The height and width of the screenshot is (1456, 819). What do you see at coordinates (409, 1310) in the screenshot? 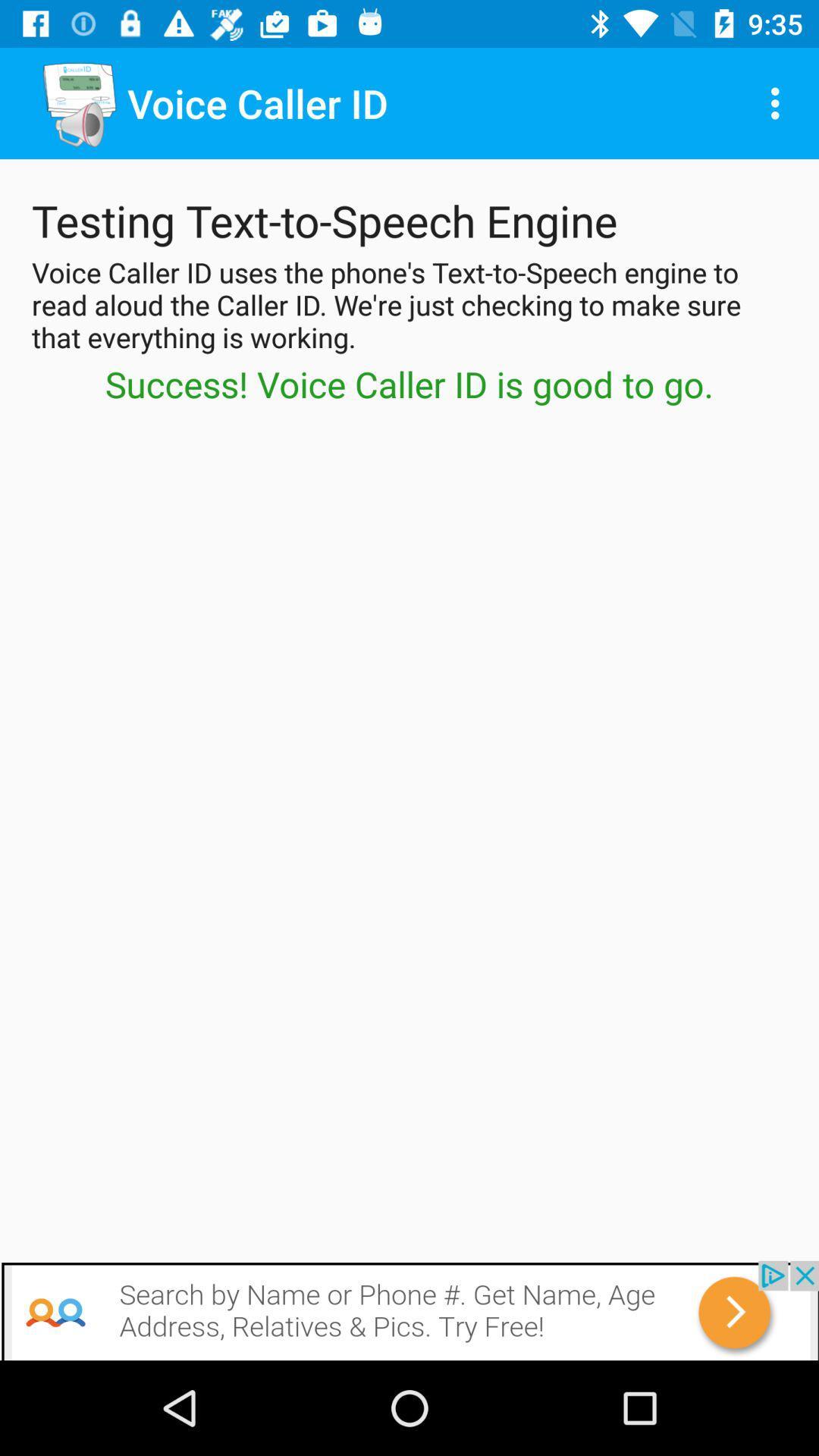
I see `open webpage of displayed advertisement` at bounding box center [409, 1310].